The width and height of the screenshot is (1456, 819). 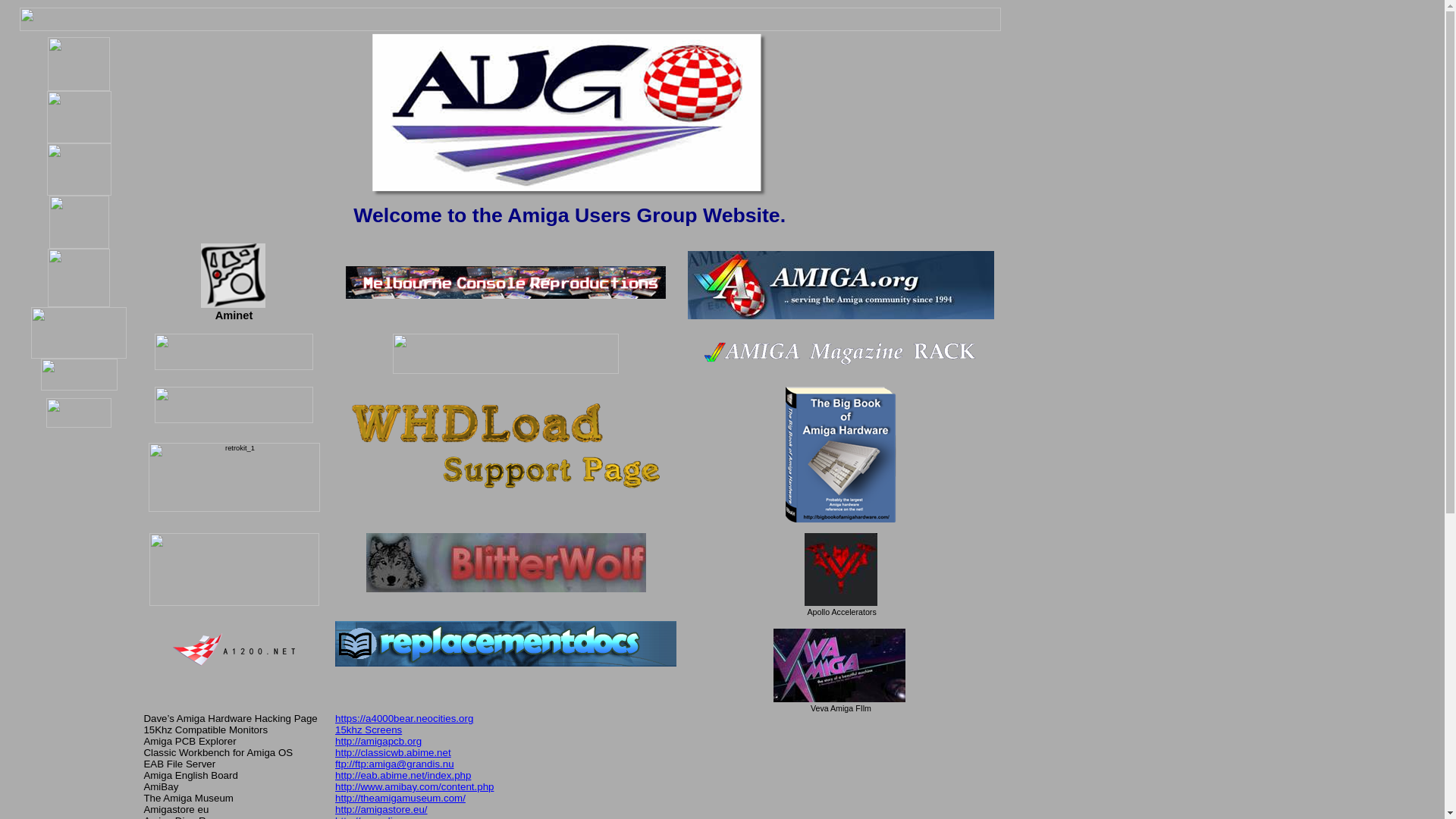 What do you see at coordinates (334, 786) in the screenshot?
I see `'http://www.amibay.com/content.php'` at bounding box center [334, 786].